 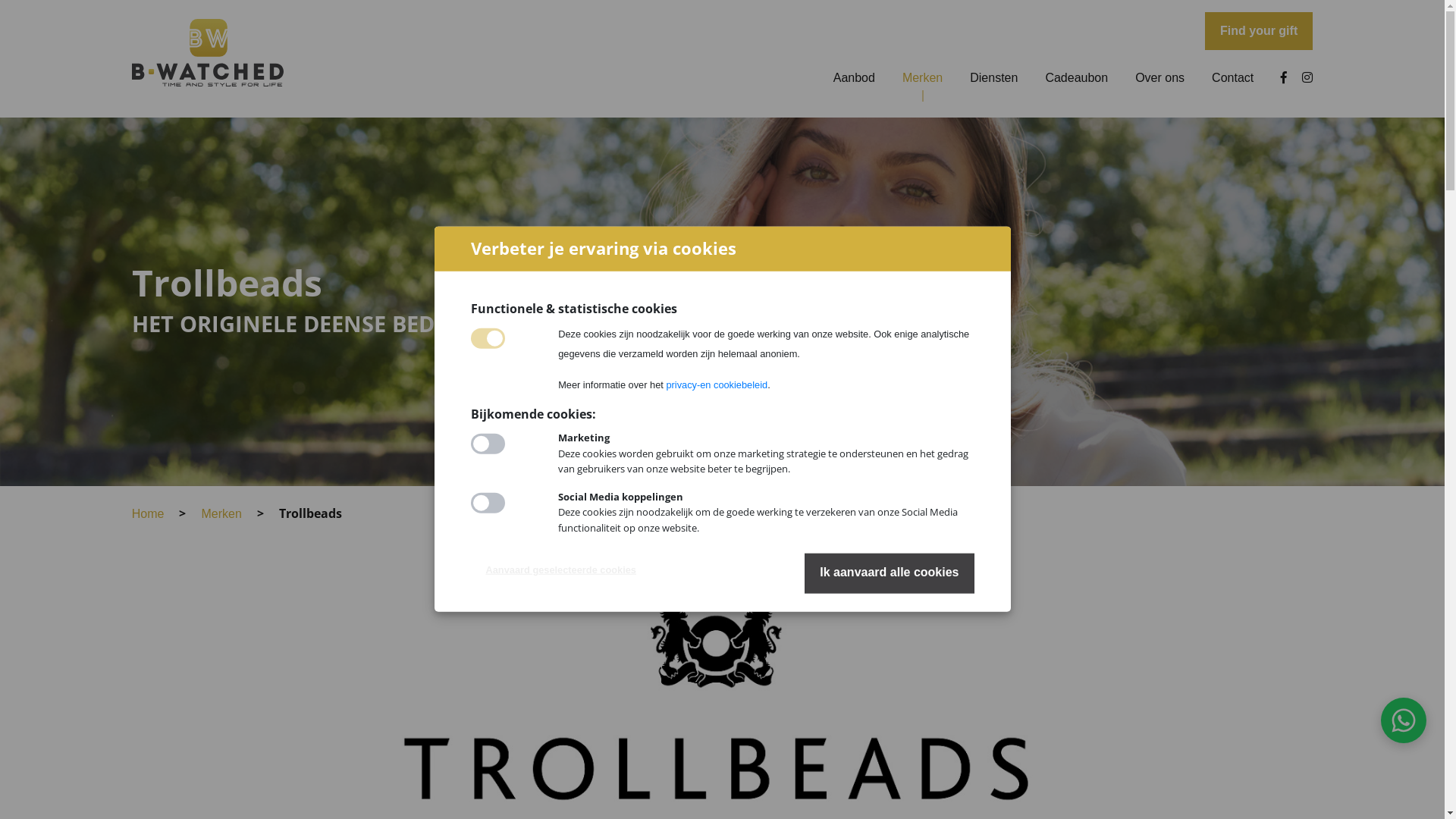 I want to click on 'Cadeaubon', so click(x=1043, y=77).